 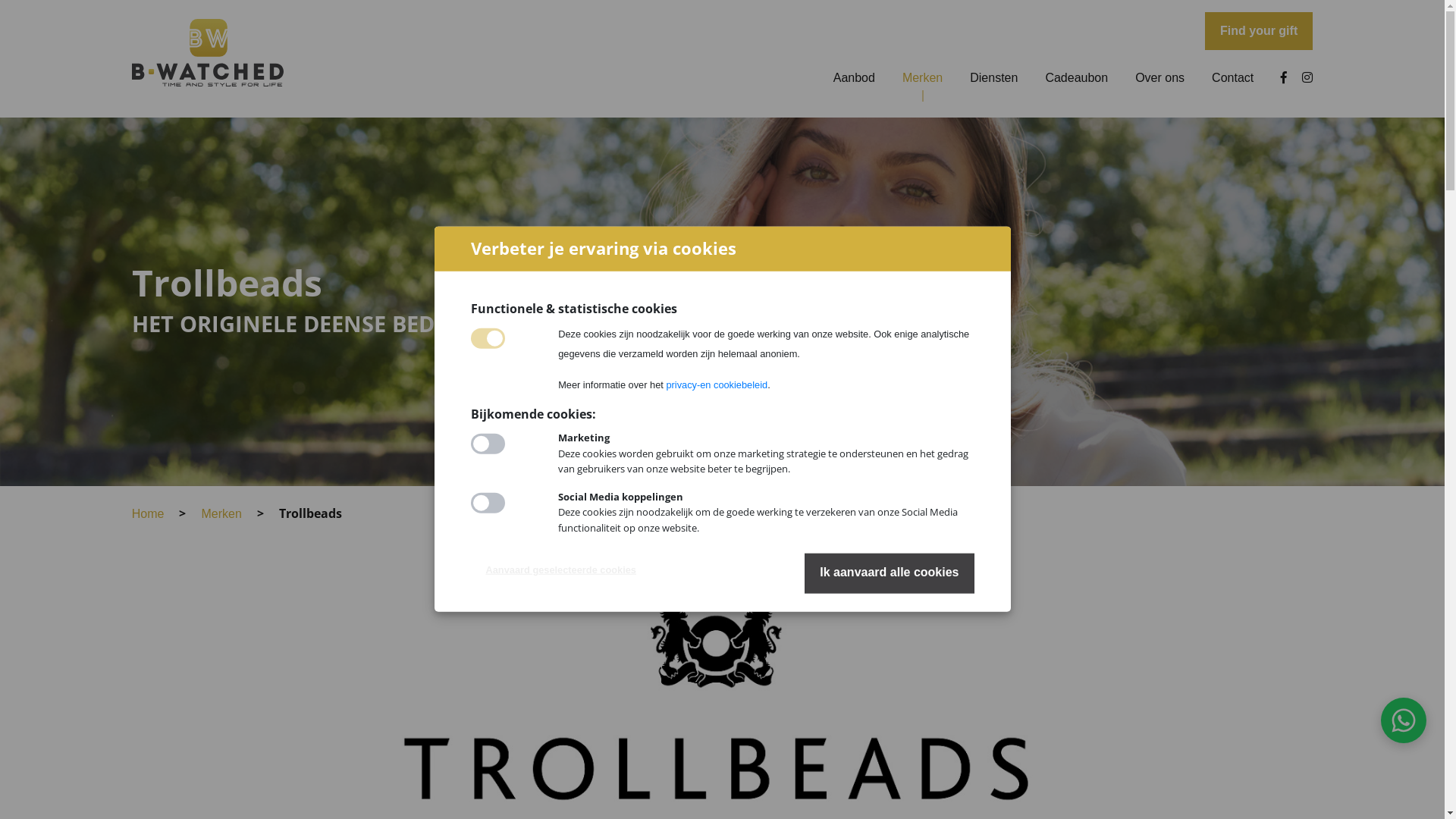 I want to click on 'Cadeaubon', so click(x=1043, y=77).